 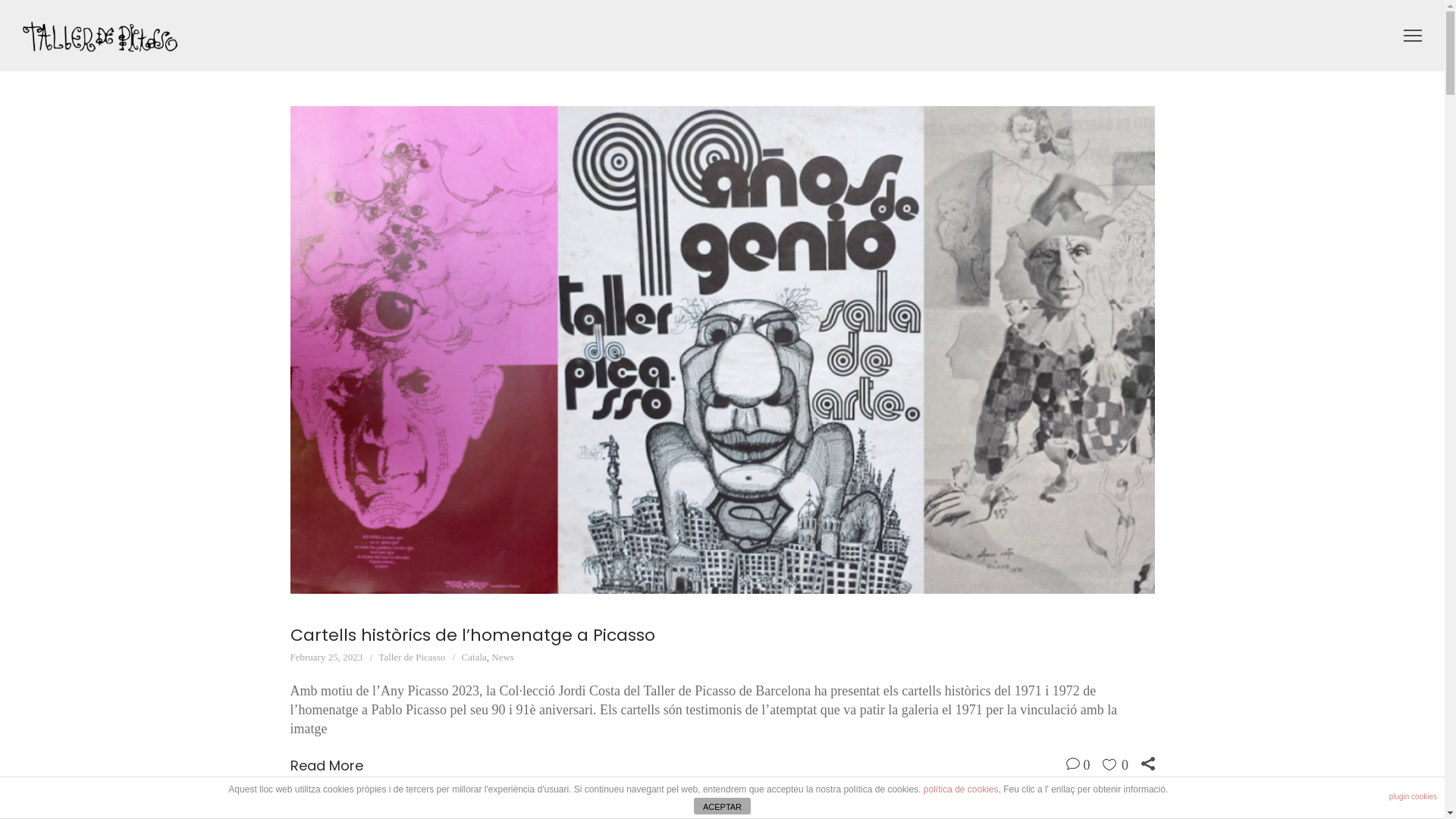 I want to click on 'Taller de Picasso', so click(x=411, y=656).